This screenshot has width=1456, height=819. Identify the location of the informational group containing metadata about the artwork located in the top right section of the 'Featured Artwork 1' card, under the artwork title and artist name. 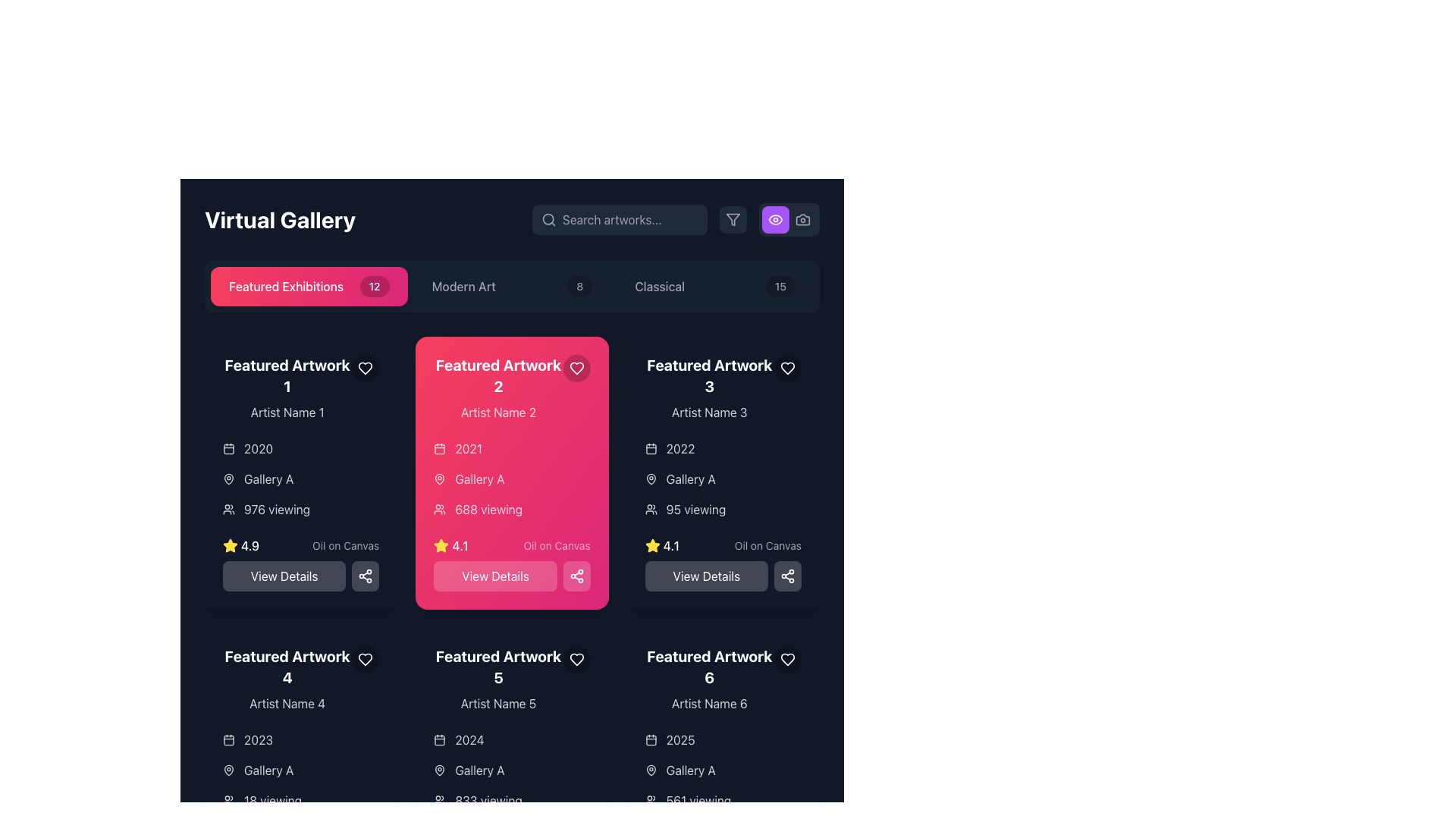
(301, 479).